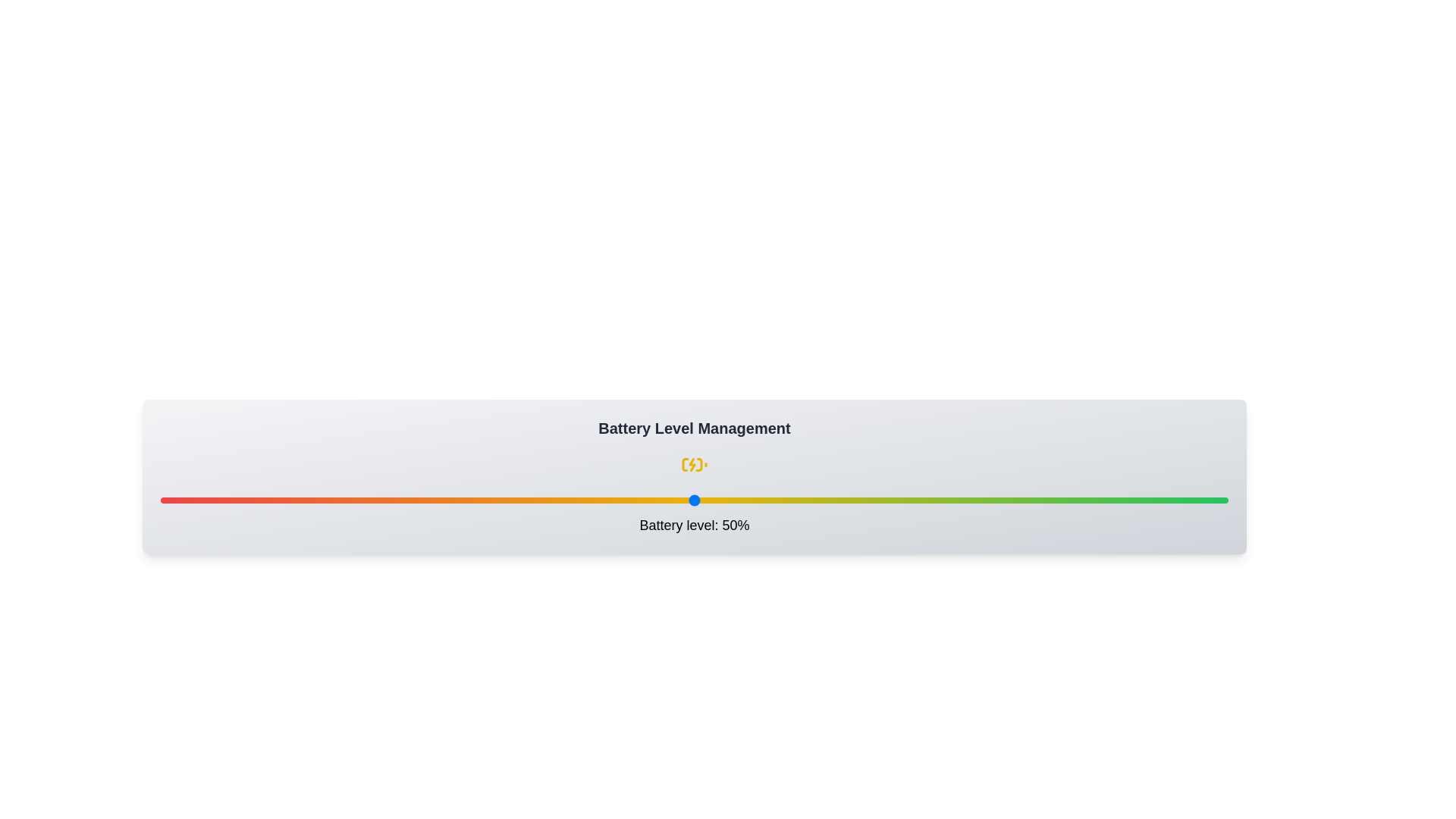 This screenshot has width=1456, height=819. Describe the element at coordinates (1185, 500) in the screenshot. I see `the battery level to 96% by interacting with the slider` at that location.